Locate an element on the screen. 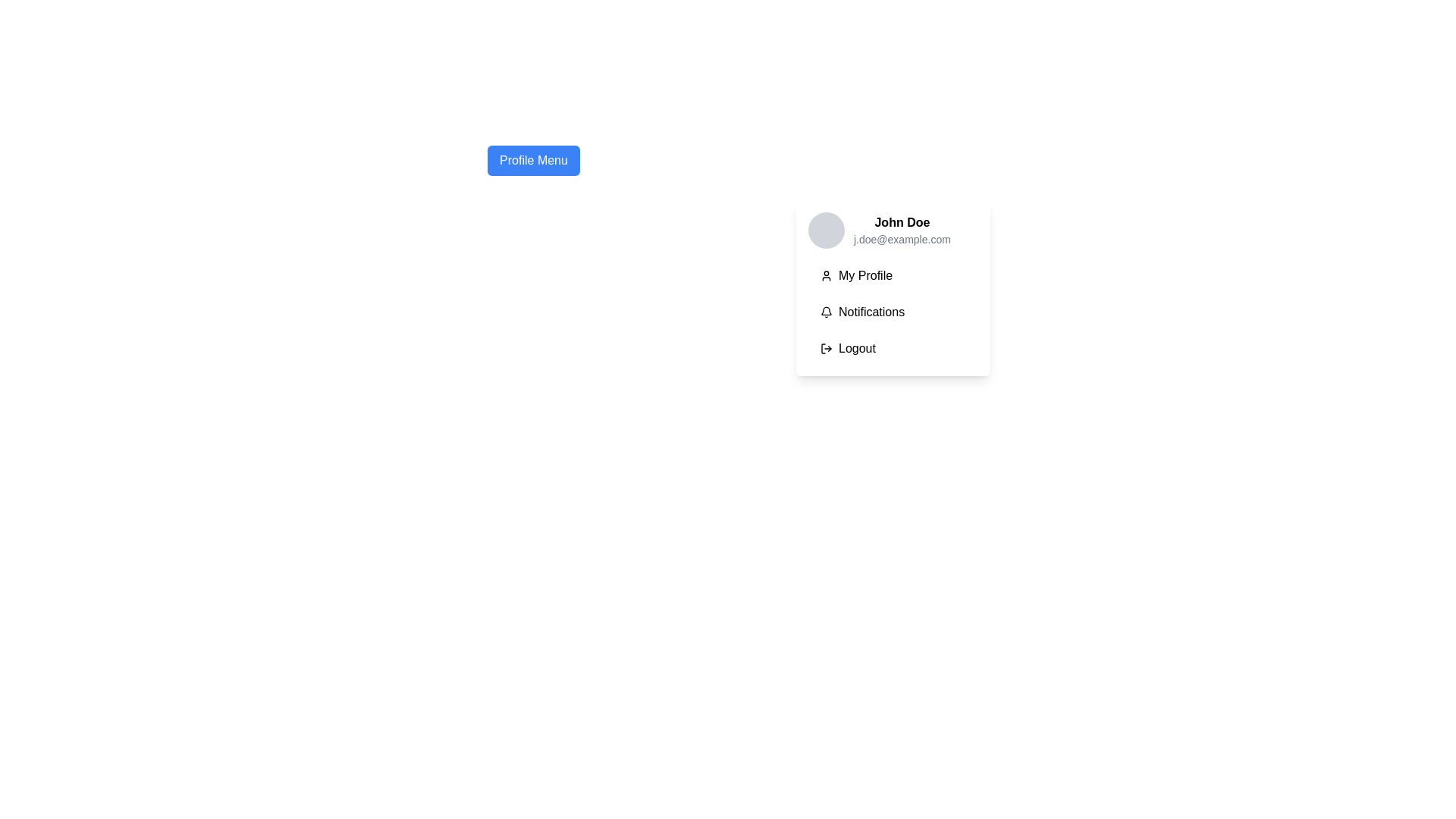 This screenshot has height=819, width=1456. the email address label located directly below the name 'John Doe' in the profile menu, which serves as a static display of the user's email address is located at coordinates (902, 239).